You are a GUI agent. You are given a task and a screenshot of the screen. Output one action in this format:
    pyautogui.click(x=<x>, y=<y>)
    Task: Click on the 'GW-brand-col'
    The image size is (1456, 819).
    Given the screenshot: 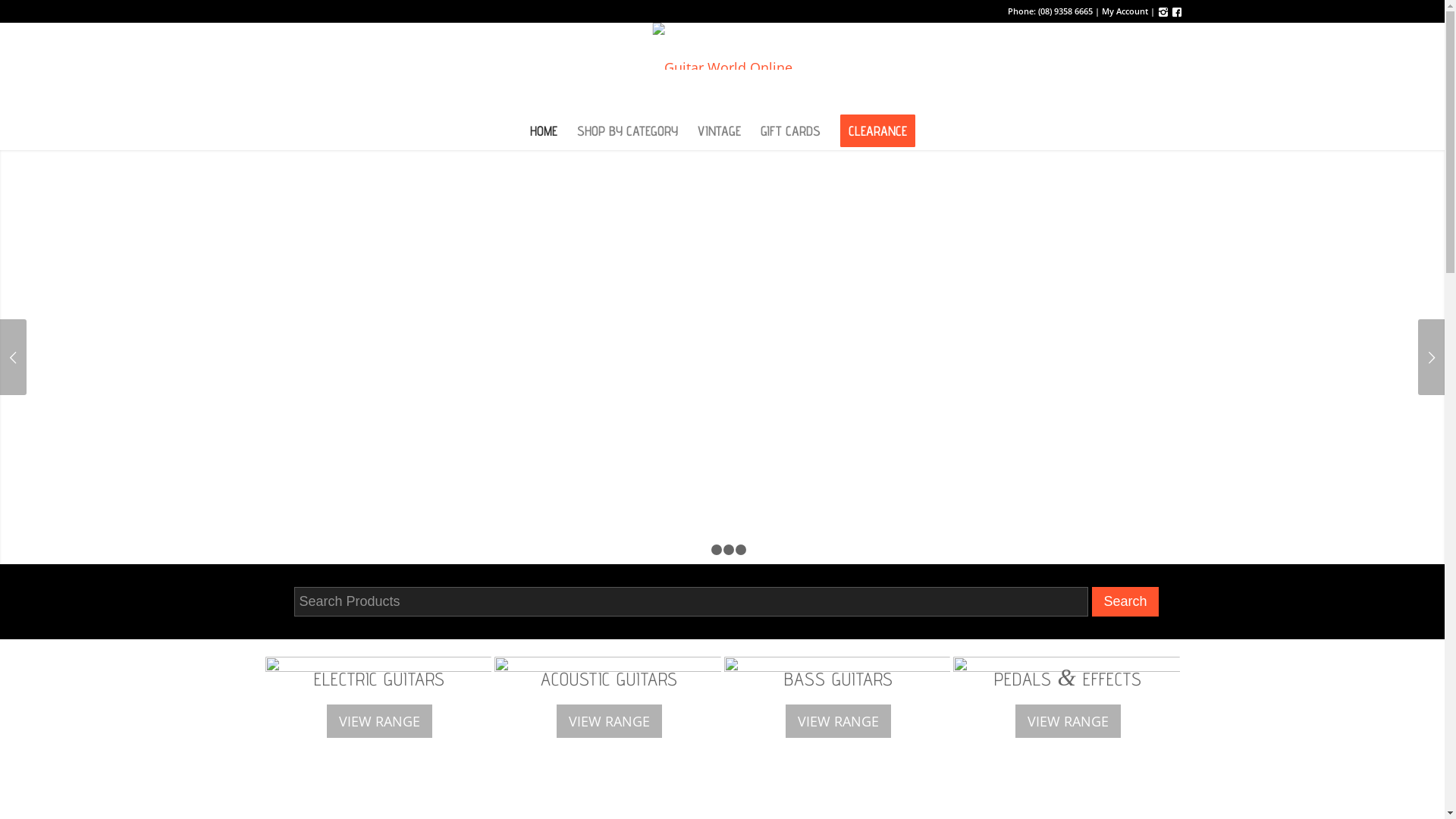 What is the action you would take?
    pyautogui.click(x=721, y=45)
    